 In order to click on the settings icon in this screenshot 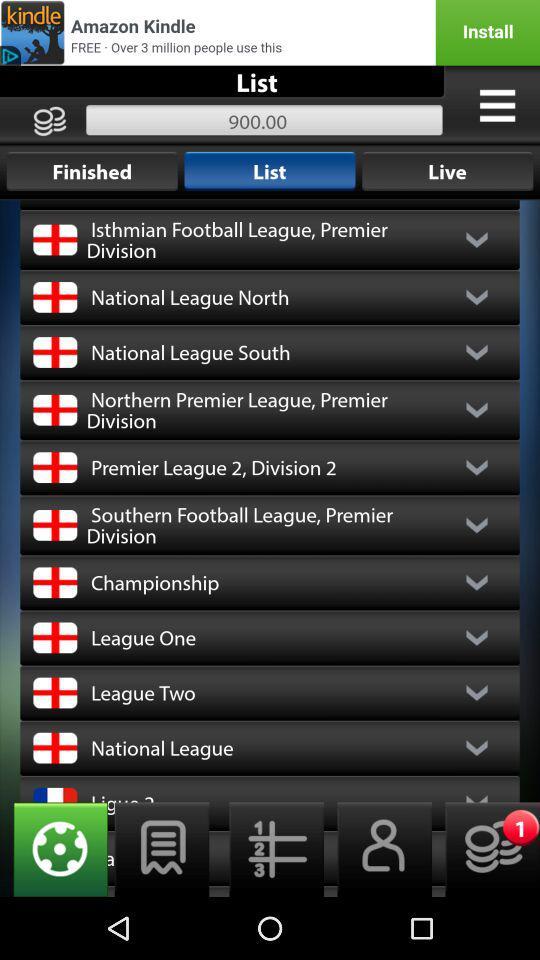, I will do `click(54, 909)`.